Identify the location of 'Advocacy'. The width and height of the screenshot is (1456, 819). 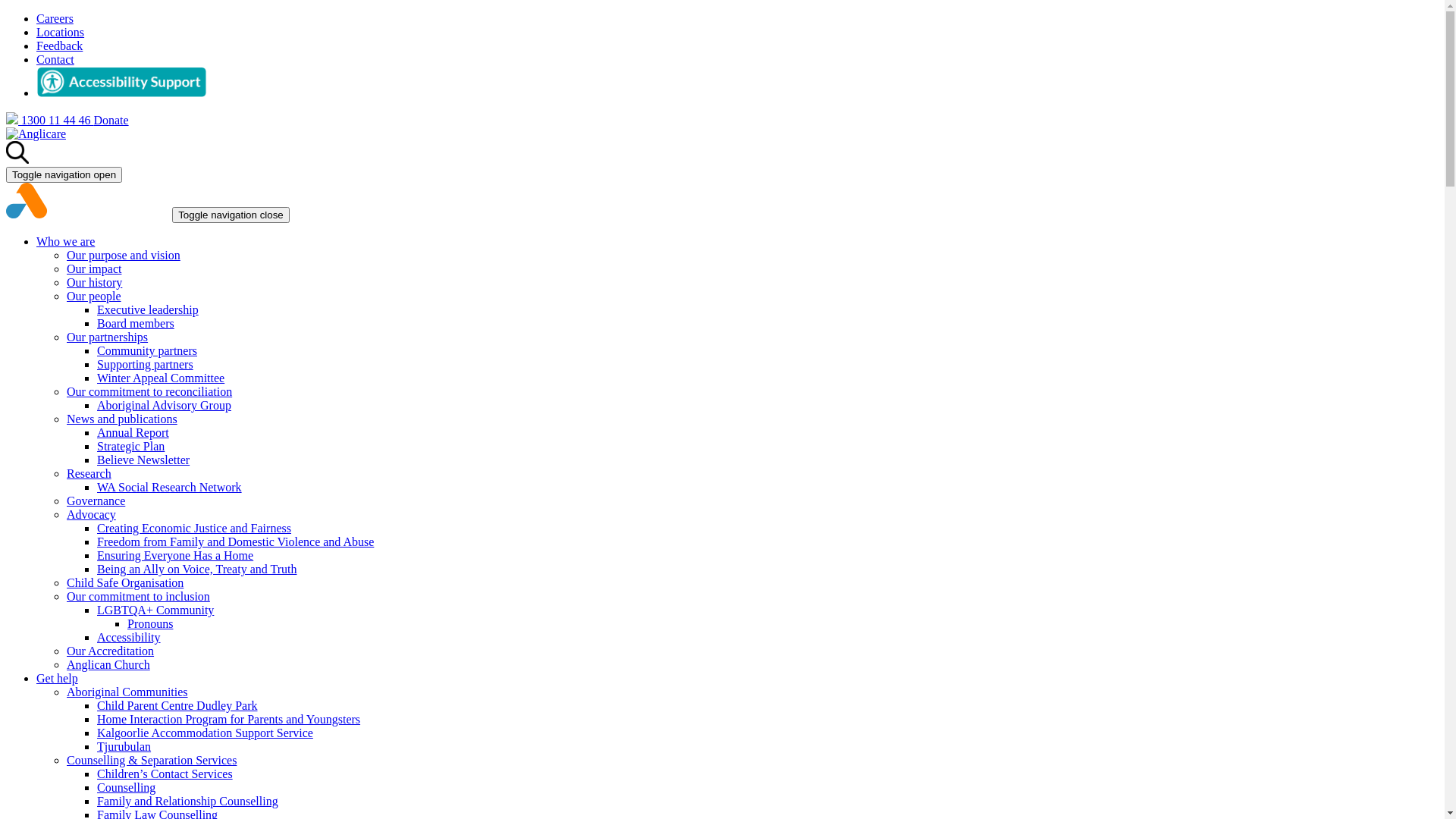
(90, 513).